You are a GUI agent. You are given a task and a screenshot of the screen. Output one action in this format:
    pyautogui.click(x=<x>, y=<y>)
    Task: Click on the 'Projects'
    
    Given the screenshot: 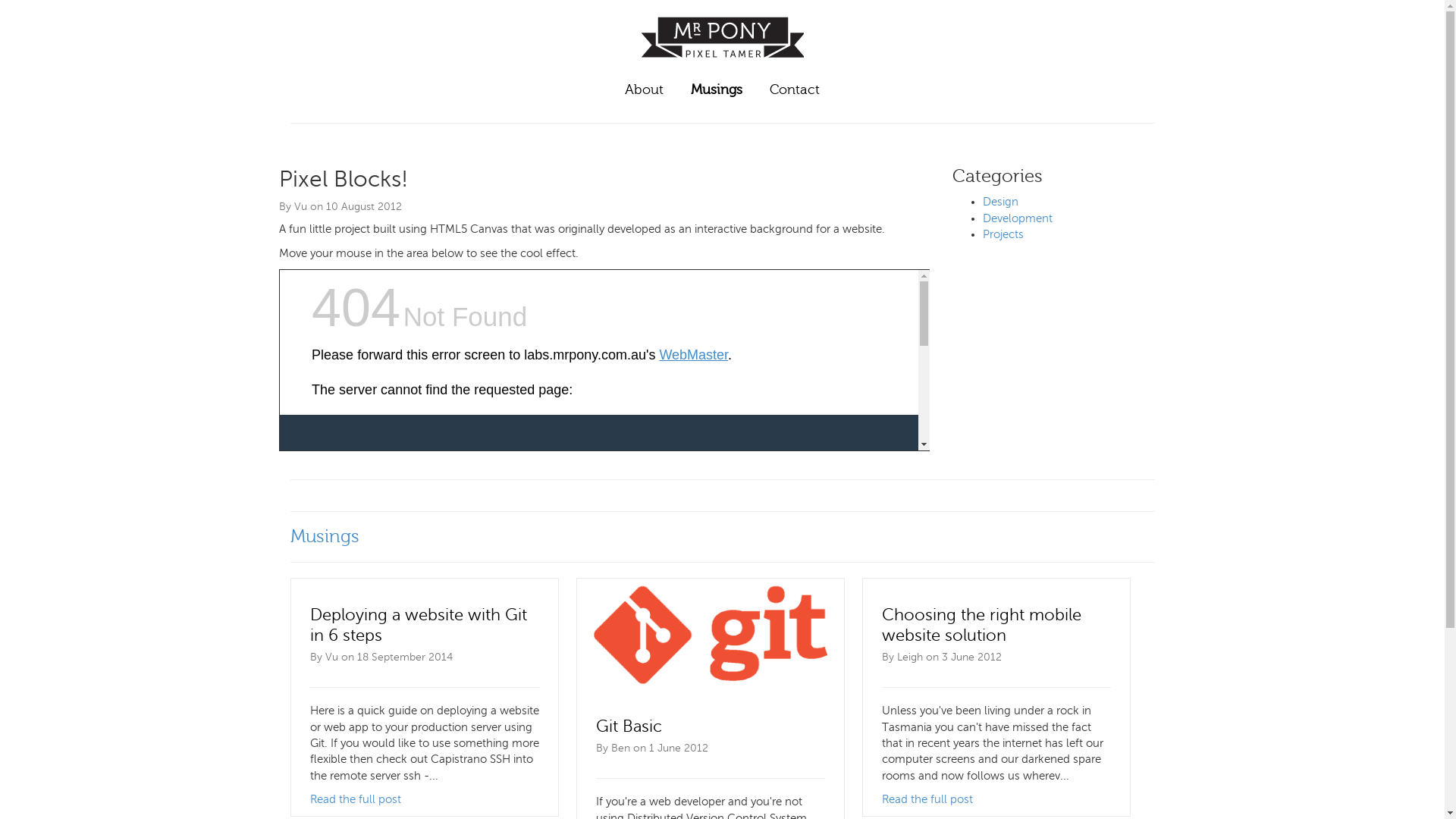 What is the action you would take?
    pyautogui.click(x=1003, y=234)
    